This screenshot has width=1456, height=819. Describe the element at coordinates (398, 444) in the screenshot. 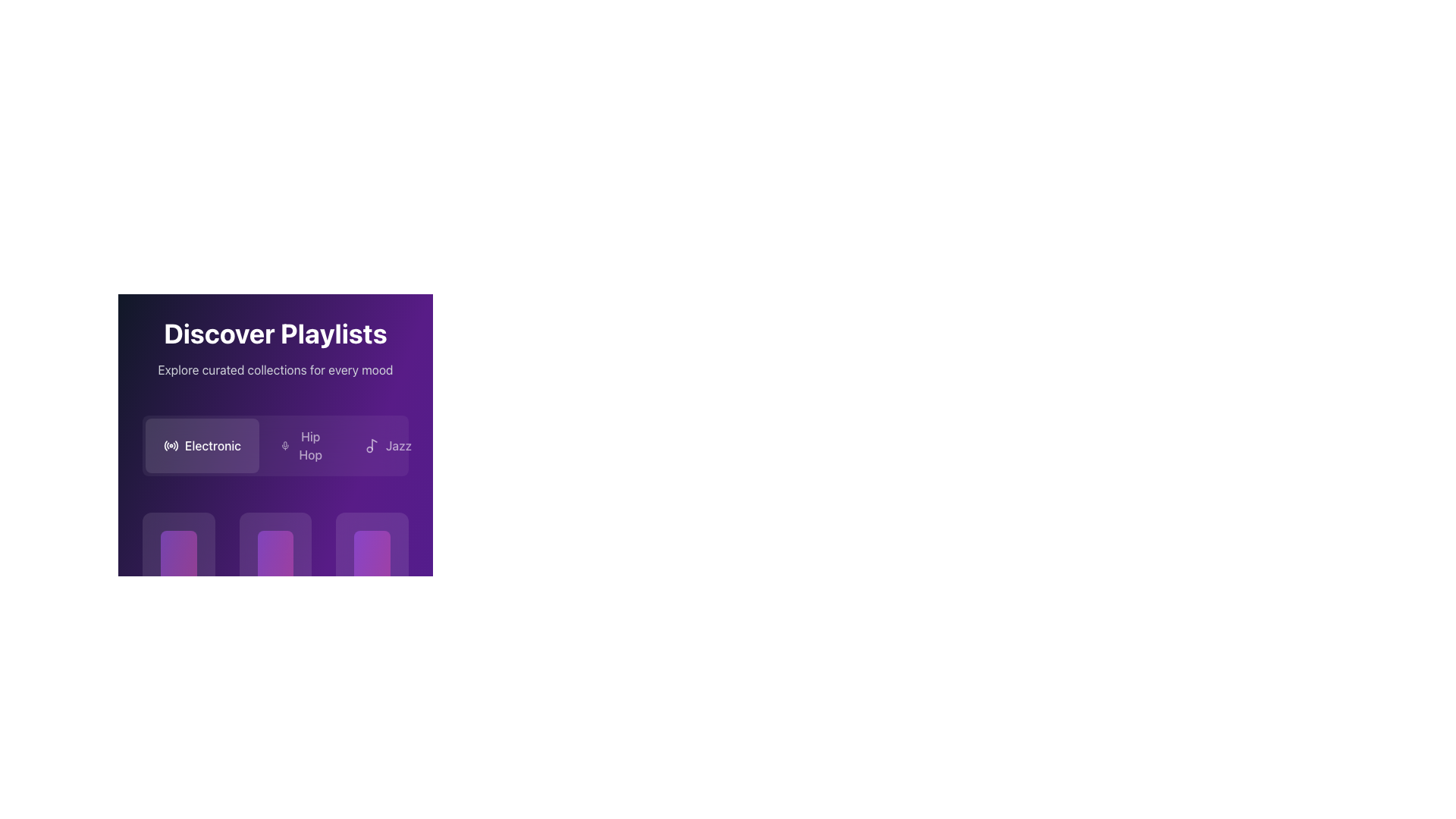

I see `the text label reading 'Jazz', which is styled with a medium font weight in light white color on a purple background` at that location.